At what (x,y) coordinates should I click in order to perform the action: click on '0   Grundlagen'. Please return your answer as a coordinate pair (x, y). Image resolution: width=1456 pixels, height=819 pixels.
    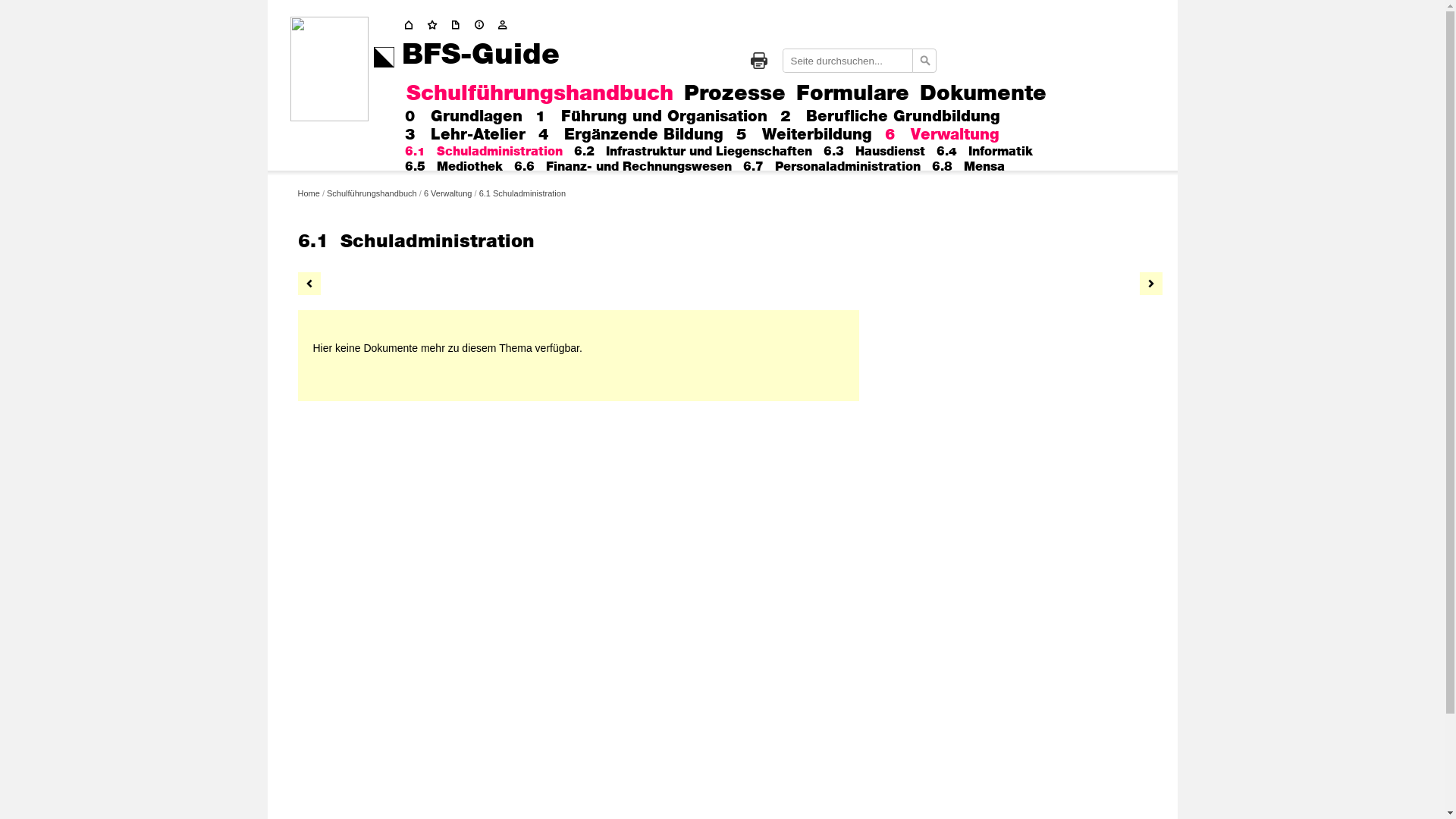
    Looking at the image, I should click on (463, 116).